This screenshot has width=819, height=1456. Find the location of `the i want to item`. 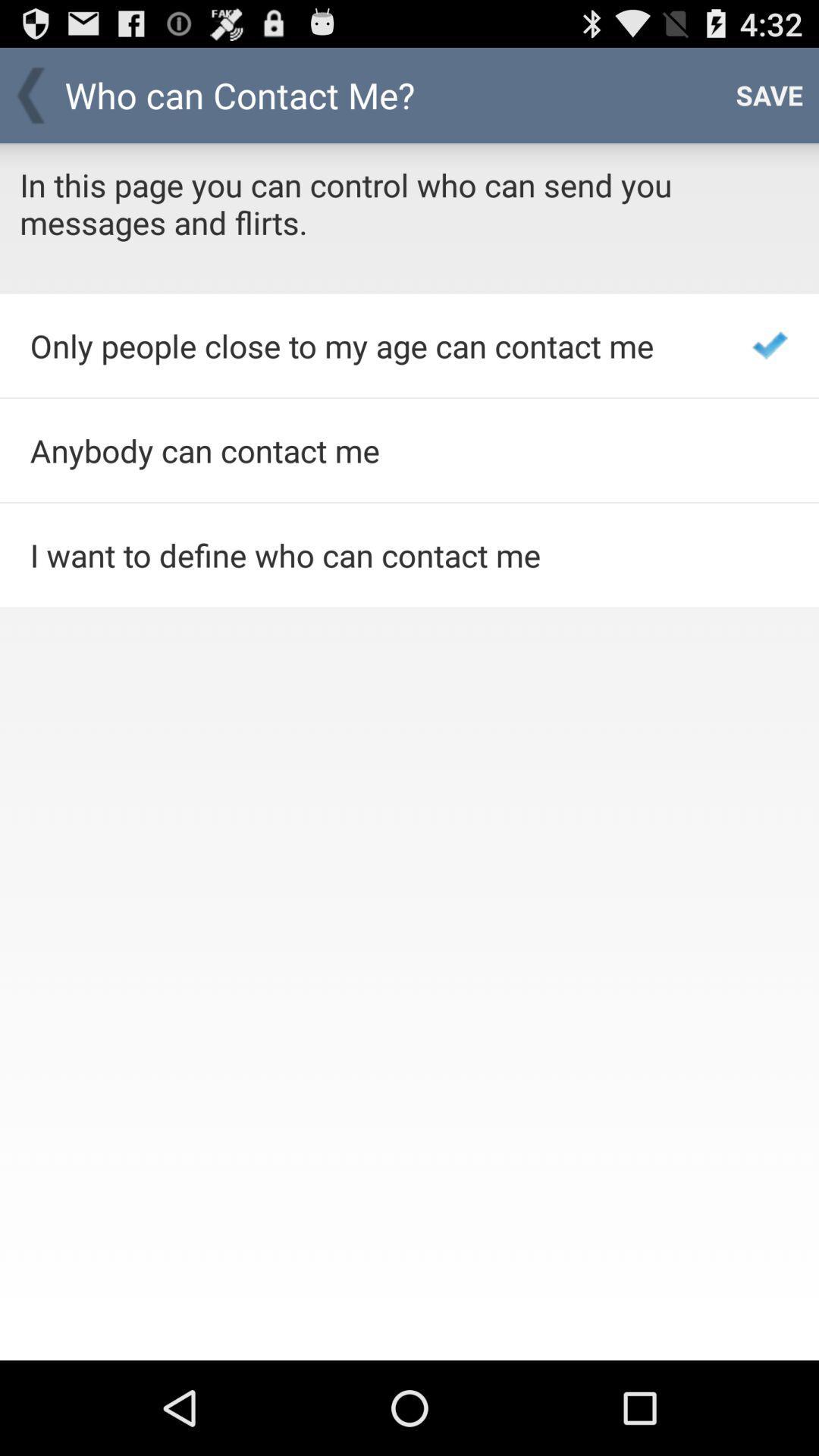

the i want to item is located at coordinates (371, 554).